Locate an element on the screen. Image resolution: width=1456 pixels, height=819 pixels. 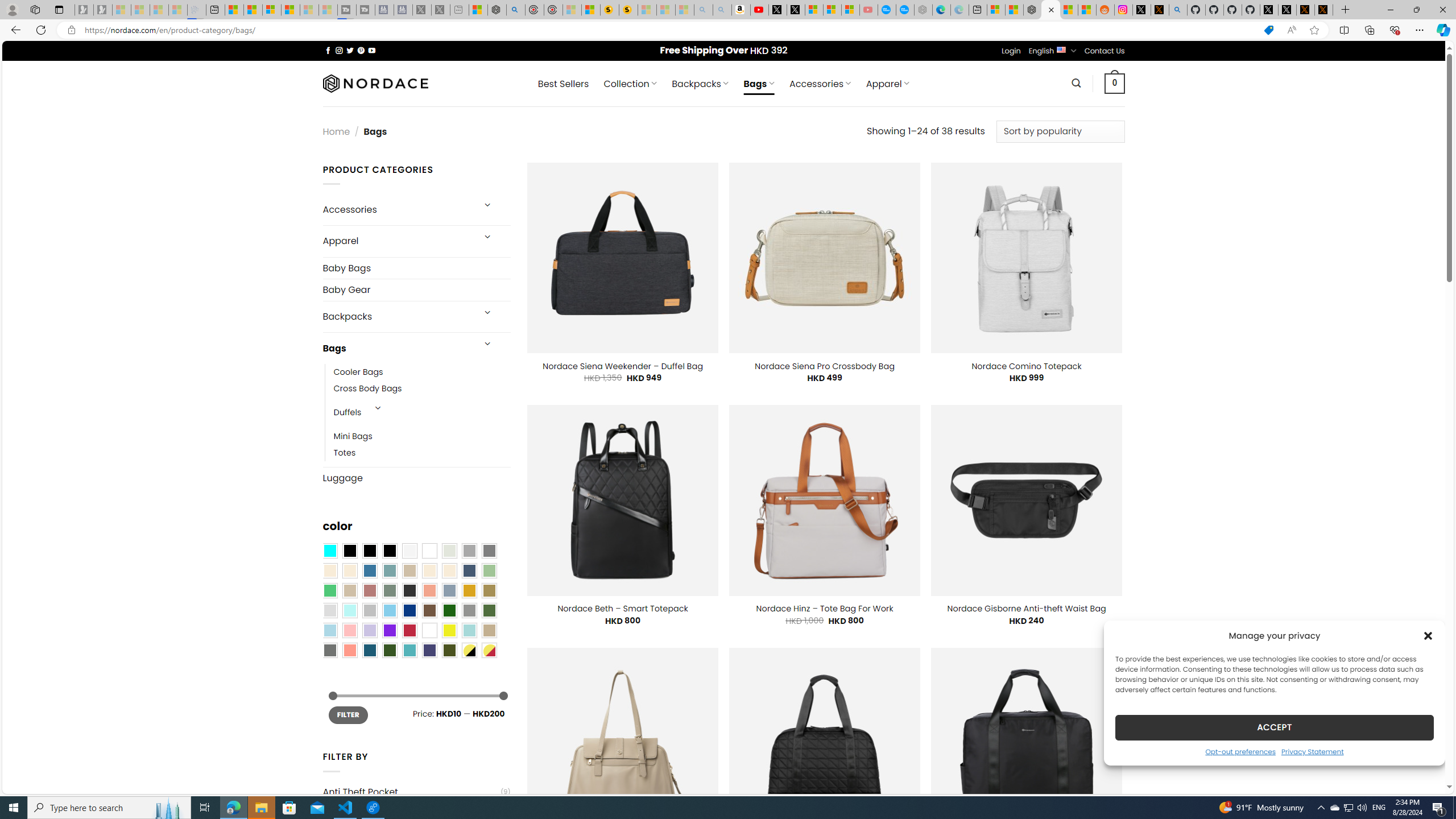
'Opinion: Op-Ed and Commentary - USA TODAY' is located at coordinates (887, 9).